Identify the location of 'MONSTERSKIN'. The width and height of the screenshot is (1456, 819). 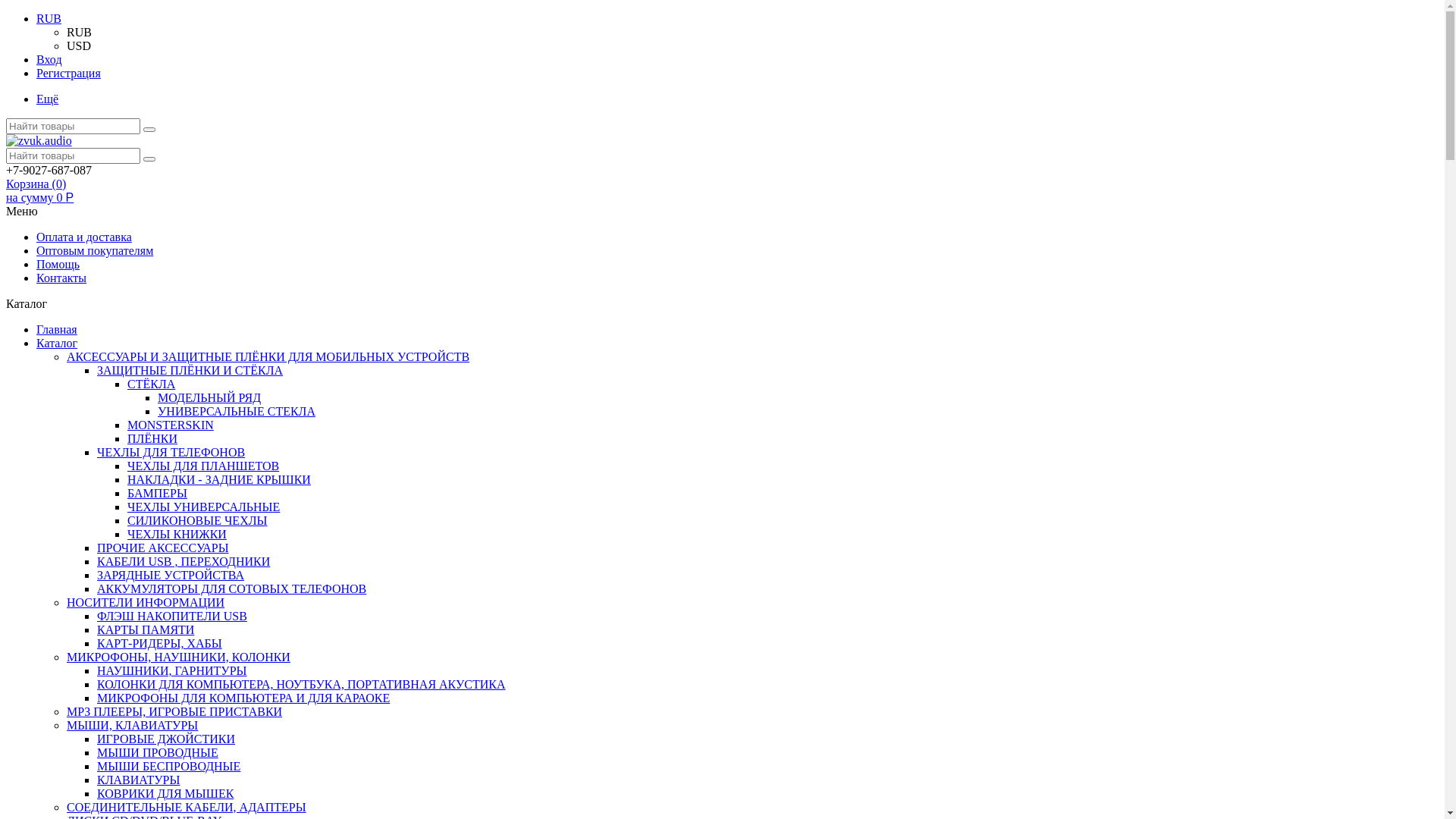
(127, 425).